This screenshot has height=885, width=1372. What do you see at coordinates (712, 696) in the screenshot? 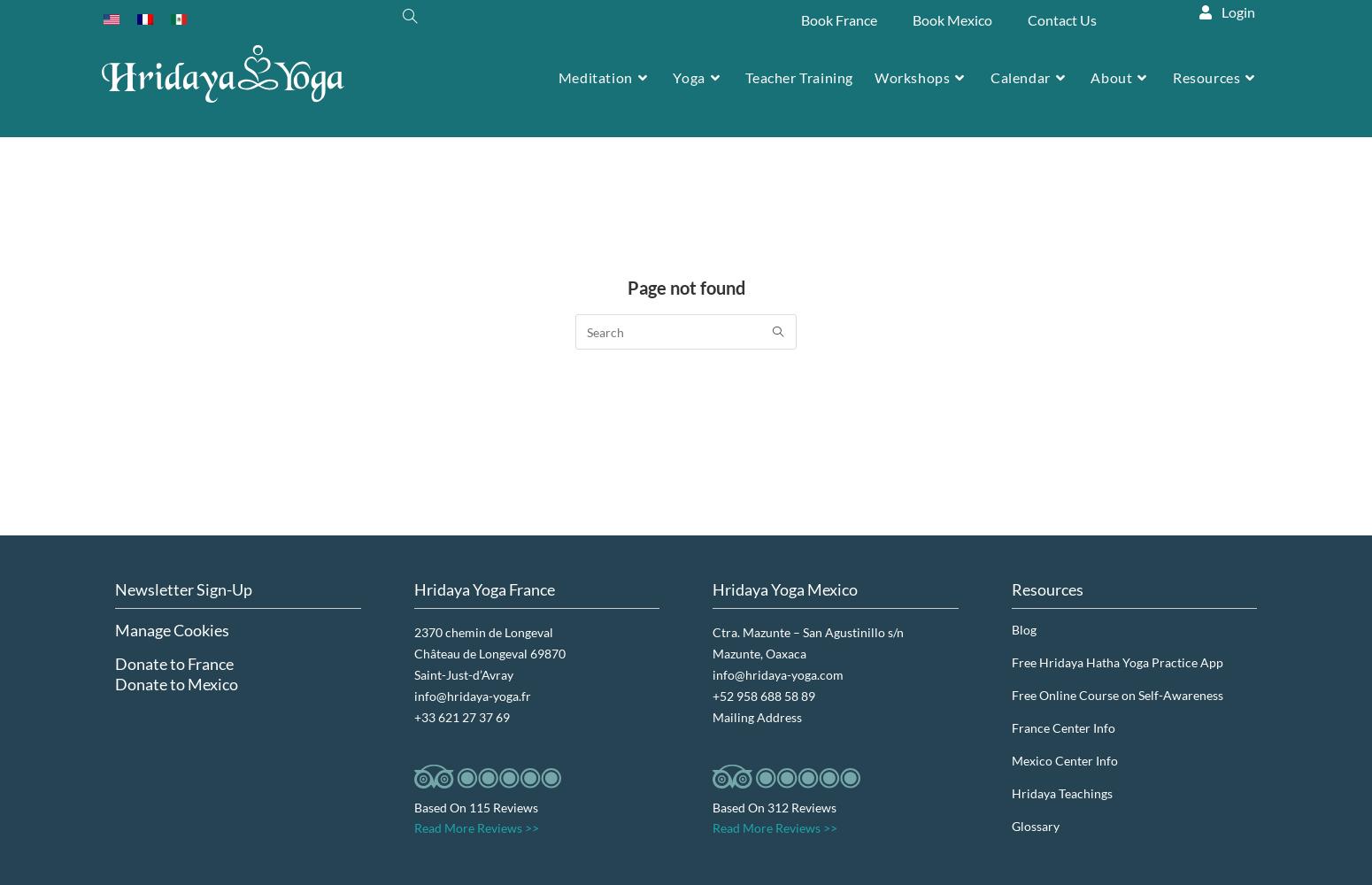
I see `'+52 958 688 58 89'` at bounding box center [712, 696].